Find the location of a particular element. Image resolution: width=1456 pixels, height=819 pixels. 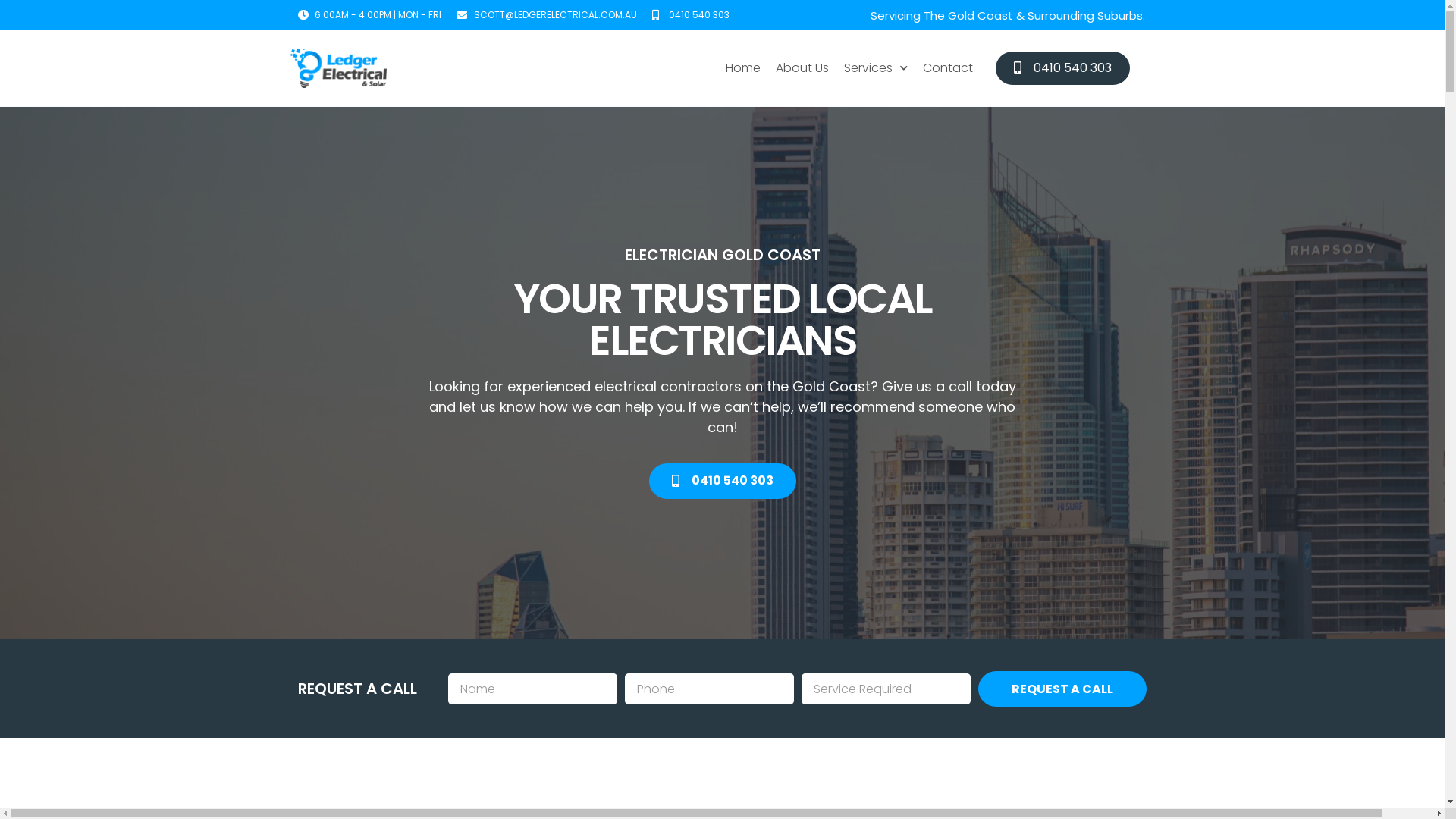

'Home' is located at coordinates (742, 67).